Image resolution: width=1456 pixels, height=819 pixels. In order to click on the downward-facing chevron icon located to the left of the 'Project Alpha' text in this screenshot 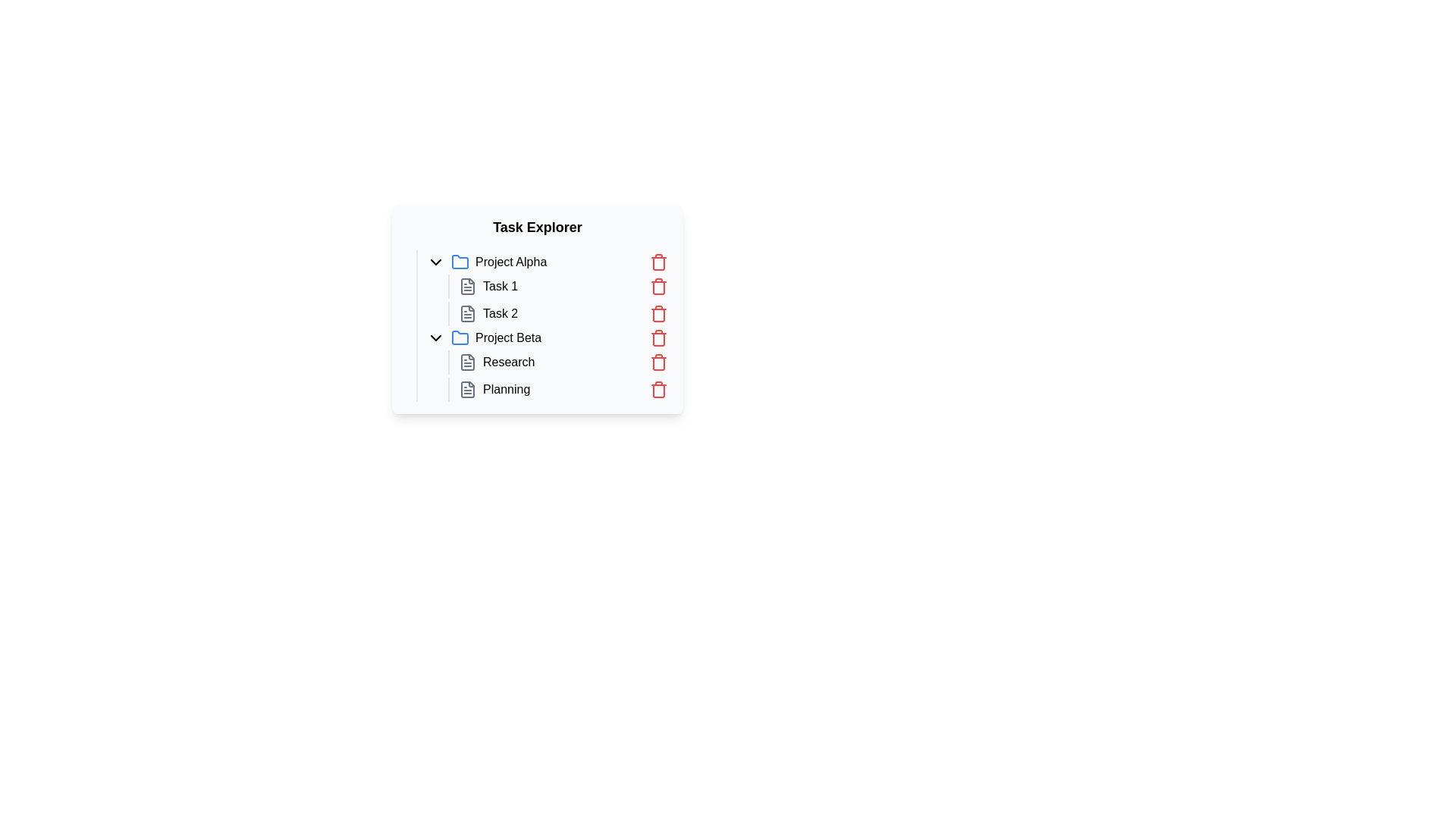, I will do `click(435, 262)`.